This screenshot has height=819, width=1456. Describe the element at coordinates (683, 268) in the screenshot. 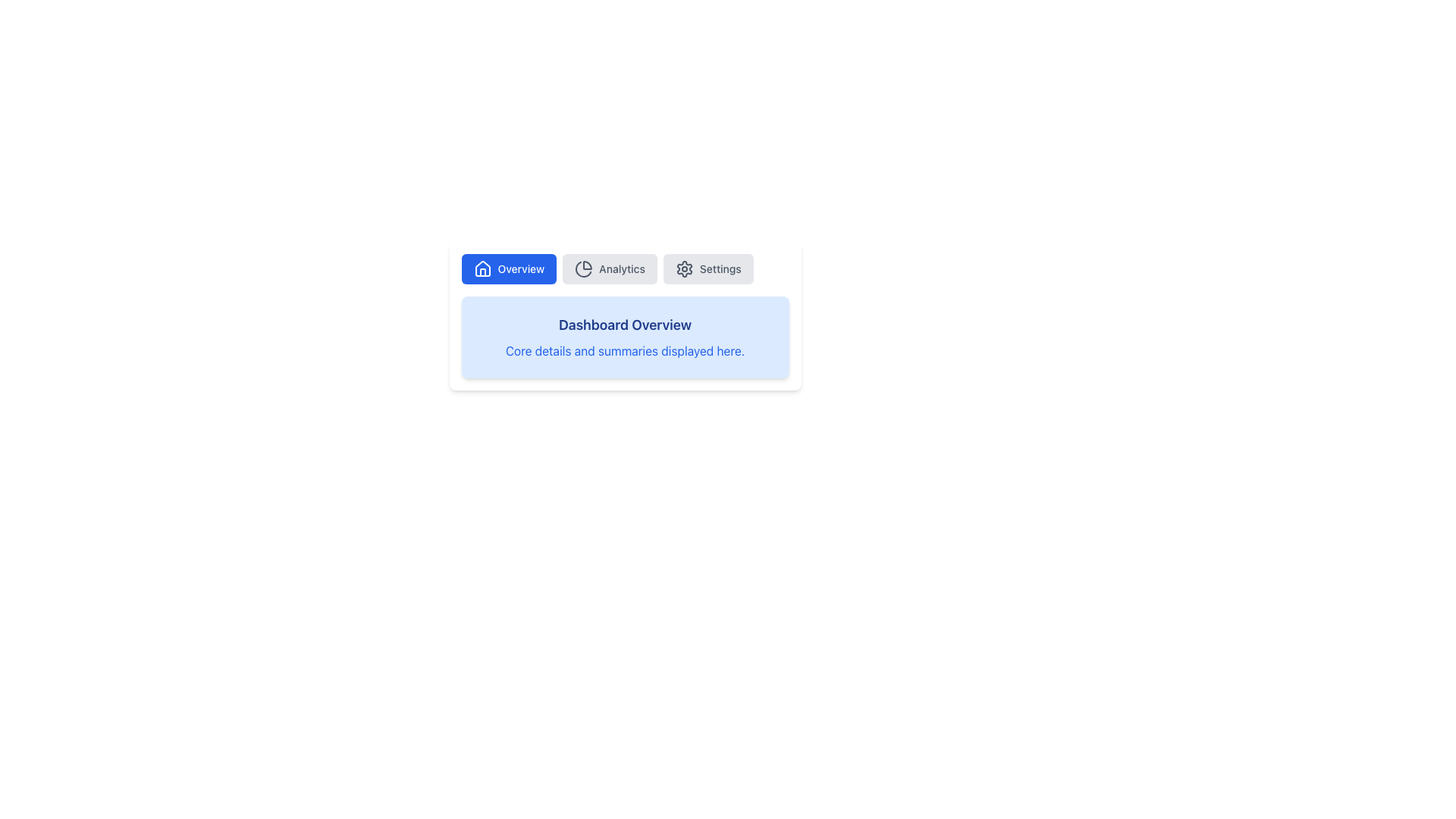

I see `the cogwheel icon in the 'Settings' button of the toolbar` at that location.